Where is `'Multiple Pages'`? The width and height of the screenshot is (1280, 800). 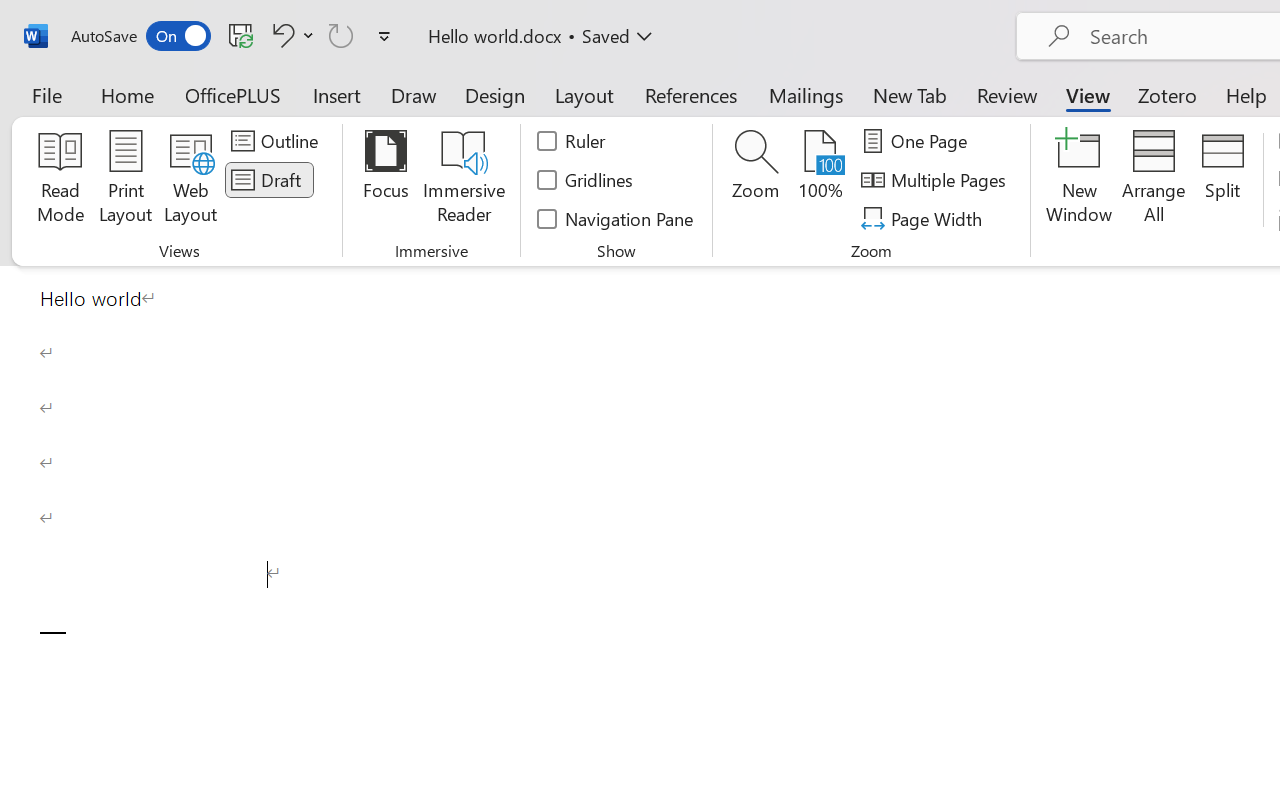
'Multiple Pages' is located at coordinates (935, 179).